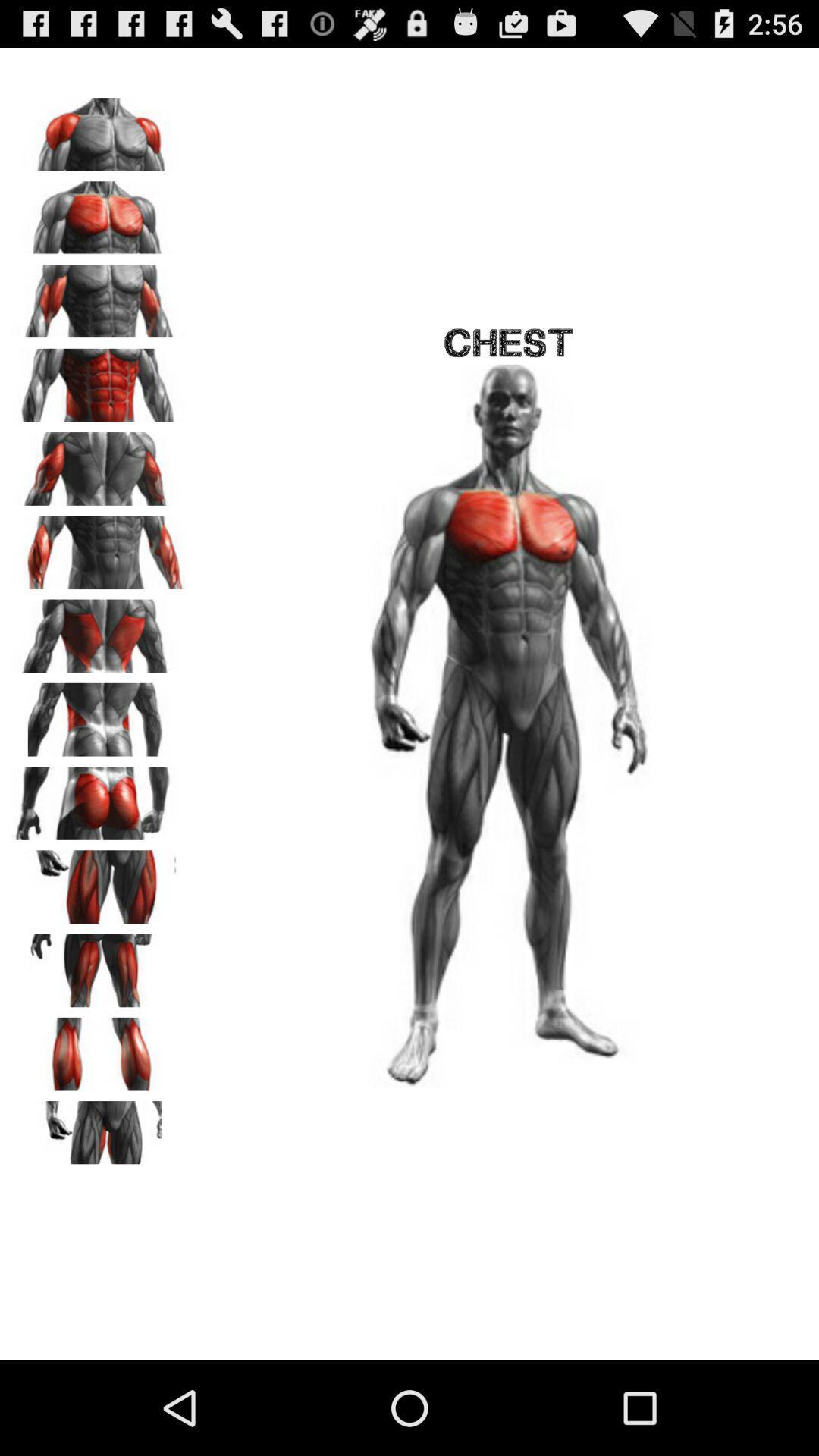 The width and height of the screenshot is (819, 1456). What do you see at coordinates (99, 714) in the screenshot?
I see `work this body part` at bounding box center [99, 714].